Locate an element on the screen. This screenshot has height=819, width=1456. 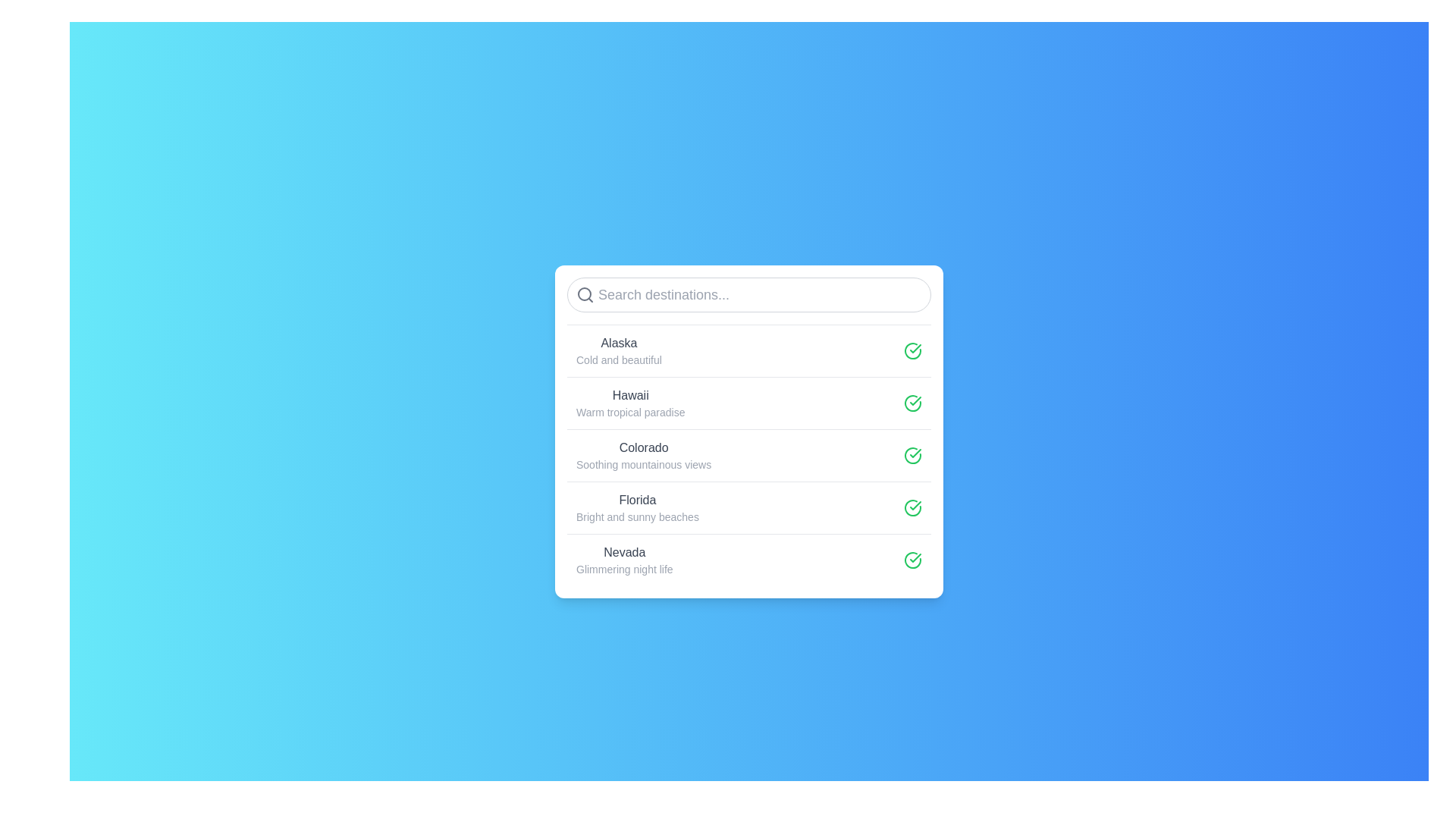
the circular lens of the magnifying glass icon located to the left of the 'Search destinations...' input field is located at coordinates (584, 293).